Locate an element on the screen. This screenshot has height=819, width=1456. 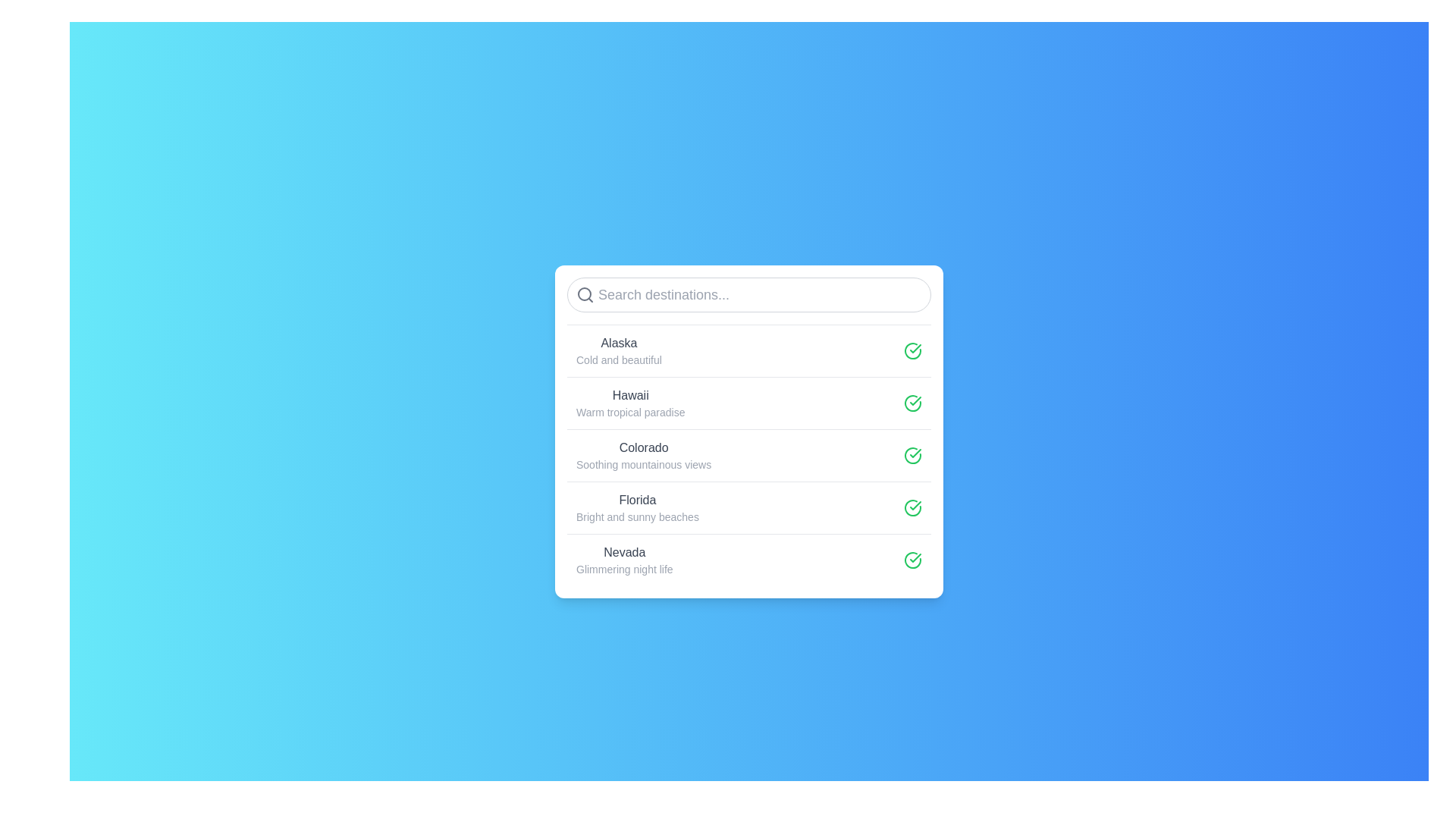
the circular lens of the magnifying glass icon located to the left of the 'Search destinations...' input field is located at coordinates (584, 293).